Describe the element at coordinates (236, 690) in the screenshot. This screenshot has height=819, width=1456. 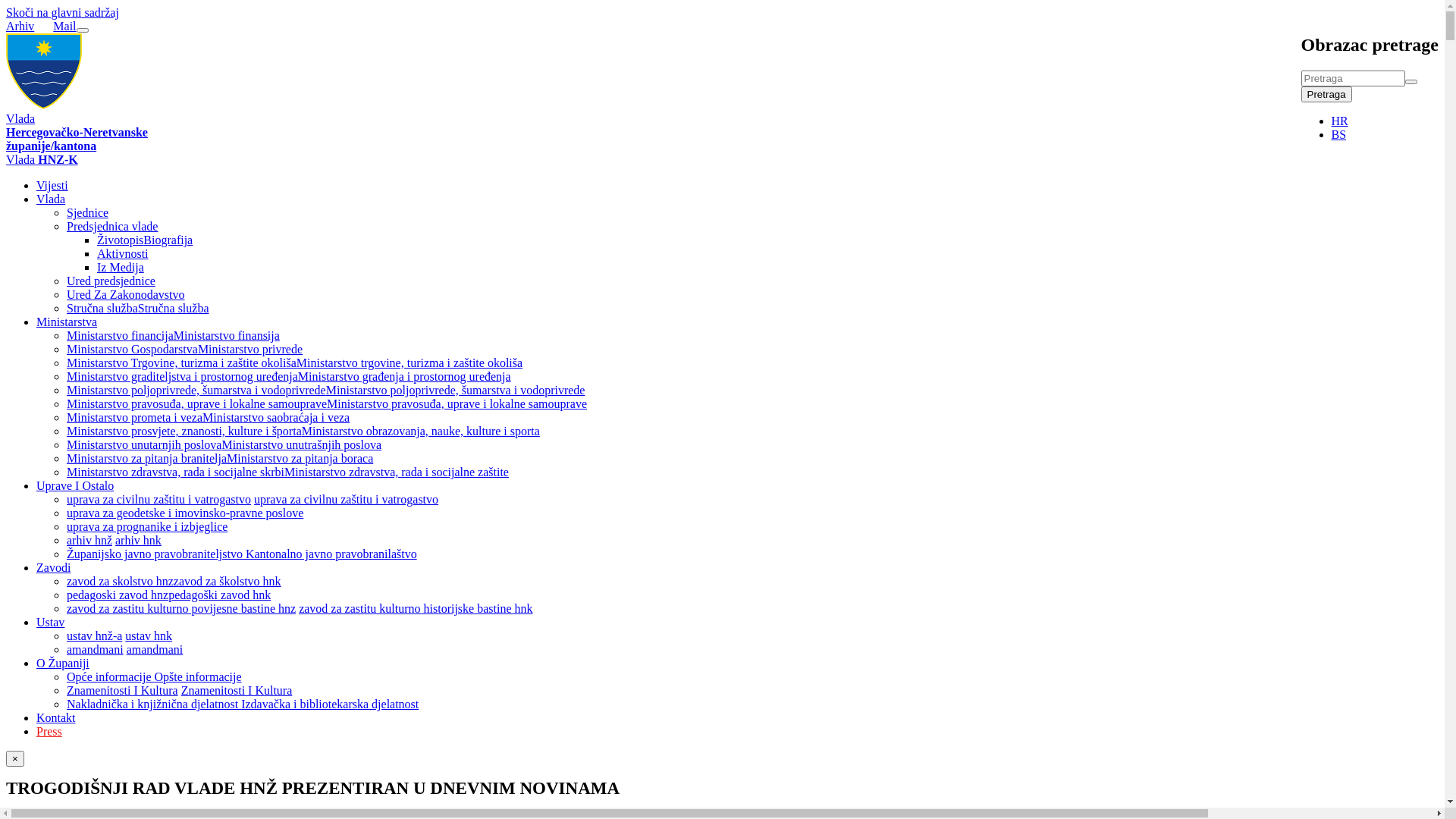
I see `'Znamenitosti I Kultura'` at that location.